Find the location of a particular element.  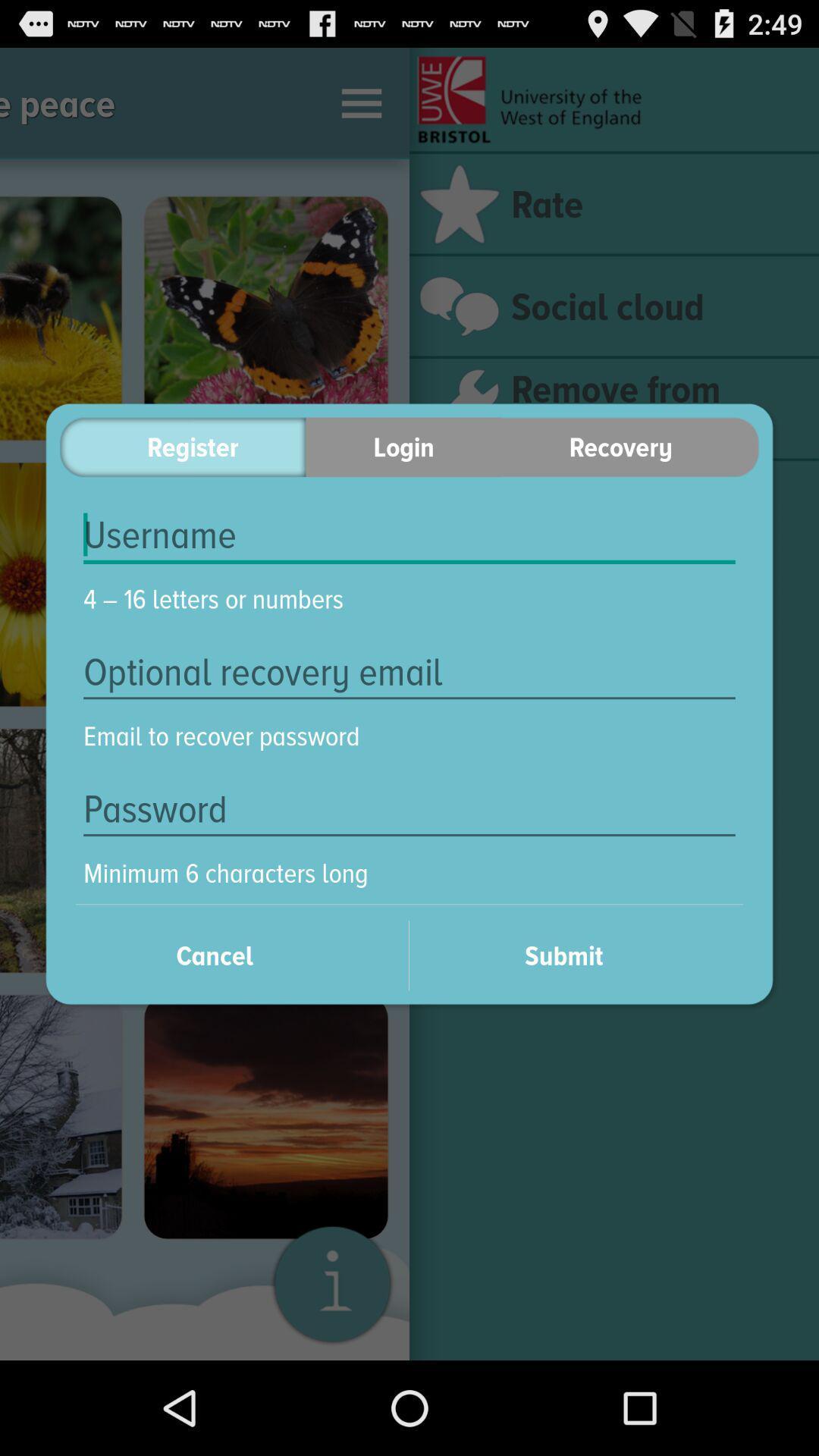

item above 4 16 letters is located at coordinates (409, 535).